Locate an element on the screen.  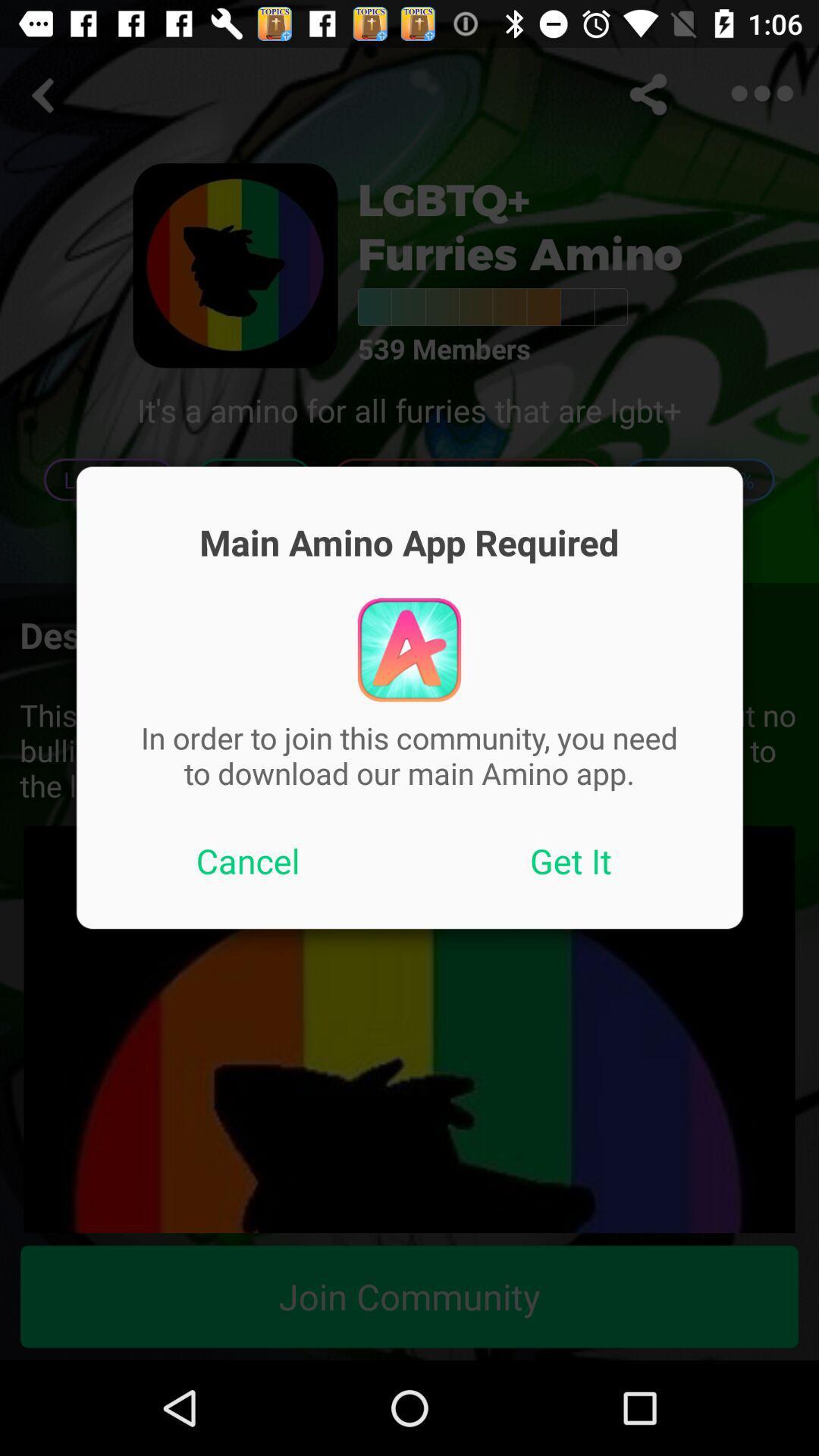
icon on the right is located at coordinates (571, 861).